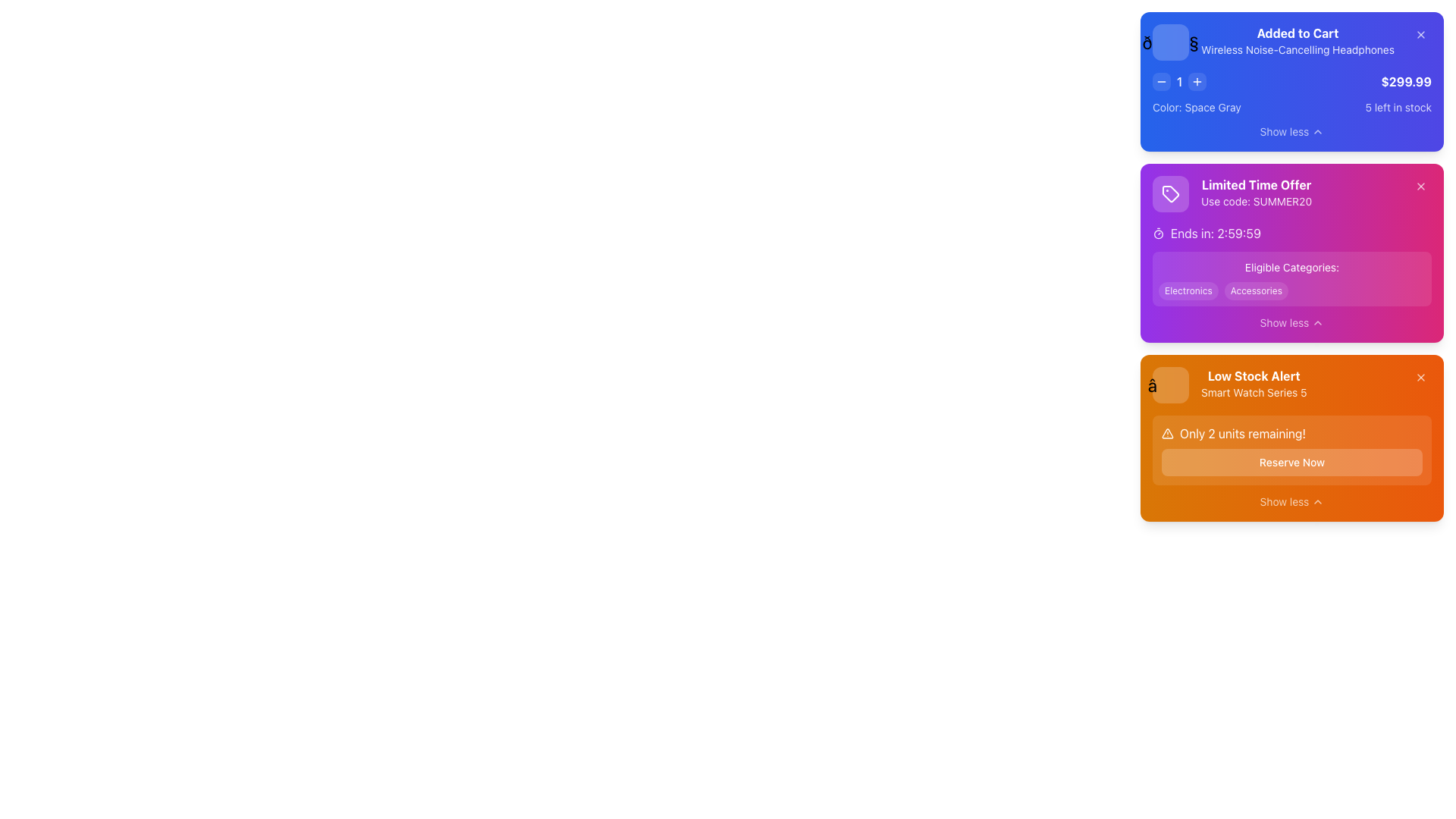 The image size is (1456, 819). I want to click on the close icon button located in the top-right corner of the 'Added to Cart' card, so click(1420, 34).